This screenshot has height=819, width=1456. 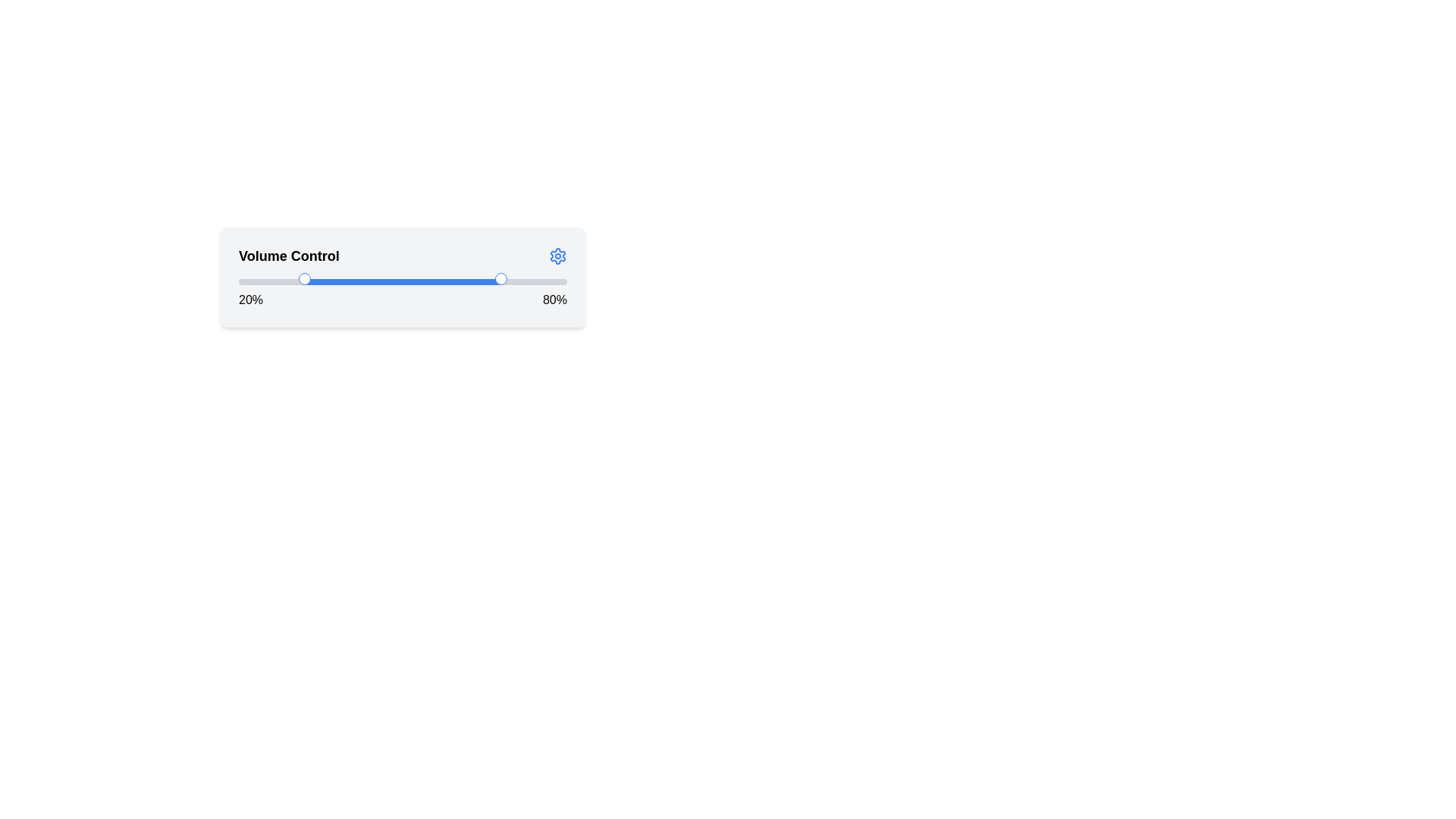 What do you see at coordinates (303, 278) in the screenshot?
I see `the circular slider indicator with a white fill and blue border, positioned near the left side of the slider track, aligning with the 20% mark` at bounding box center [303, 278].